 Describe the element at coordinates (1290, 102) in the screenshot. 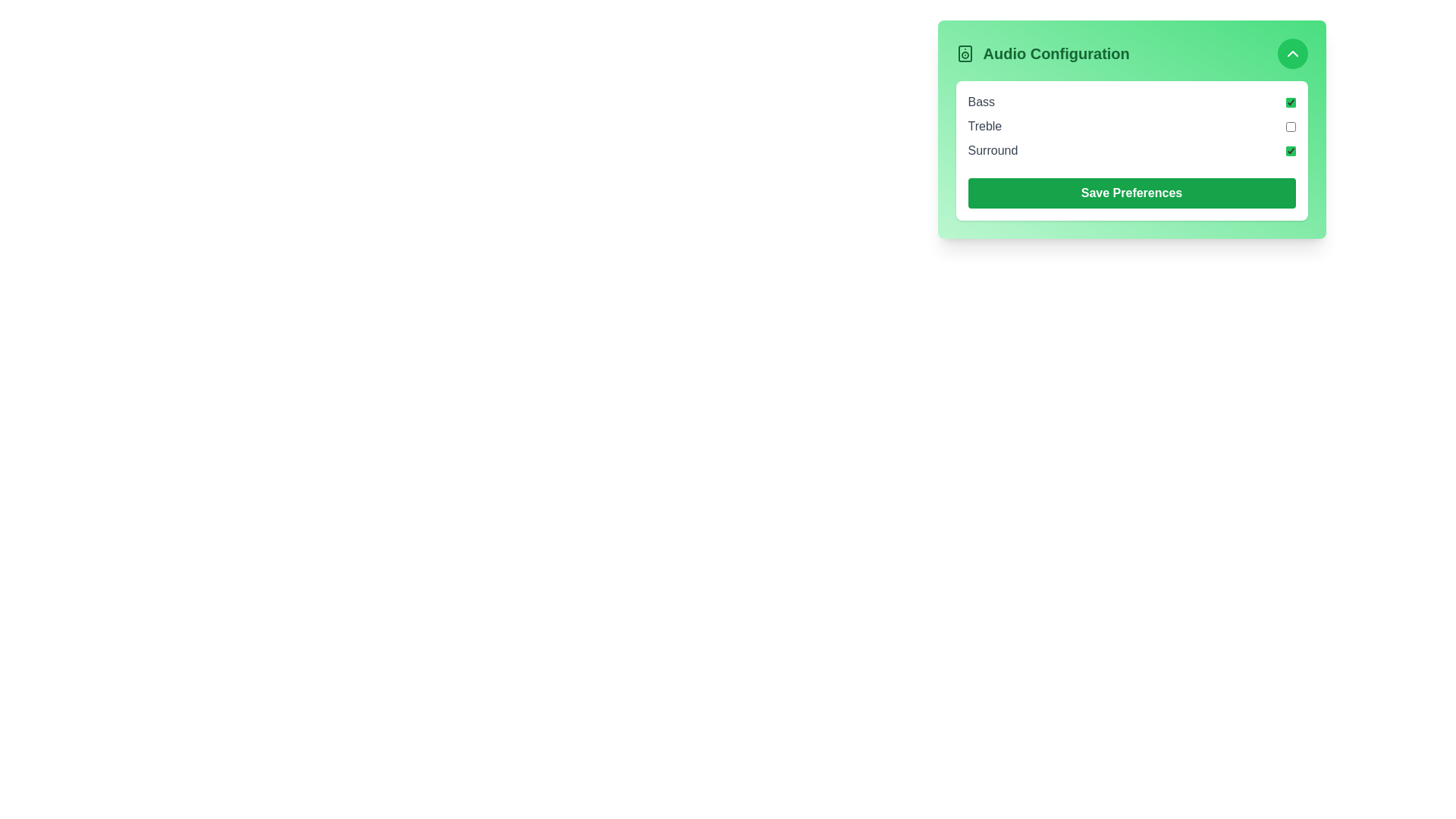

I see `the green checkbox next to the label 'Bass' in the audio settings configuration panel` at that location.